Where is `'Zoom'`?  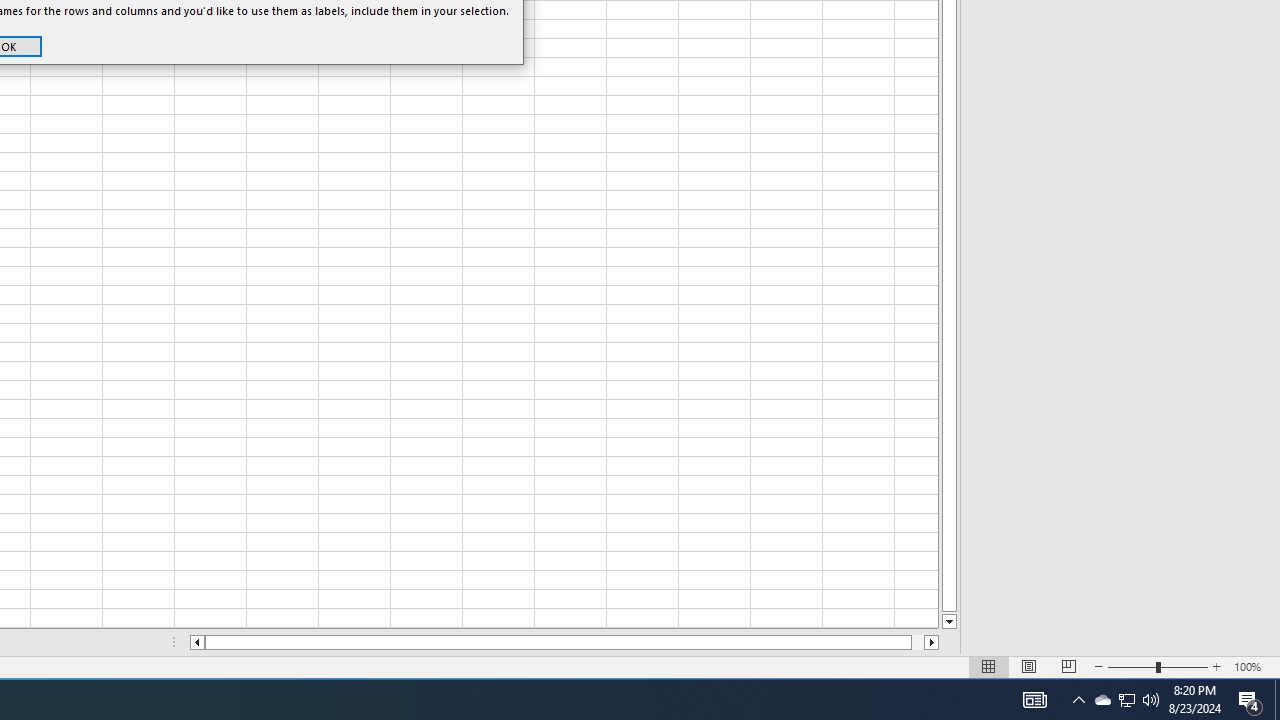 'Zoom' is located at coordinates (1158, 667).